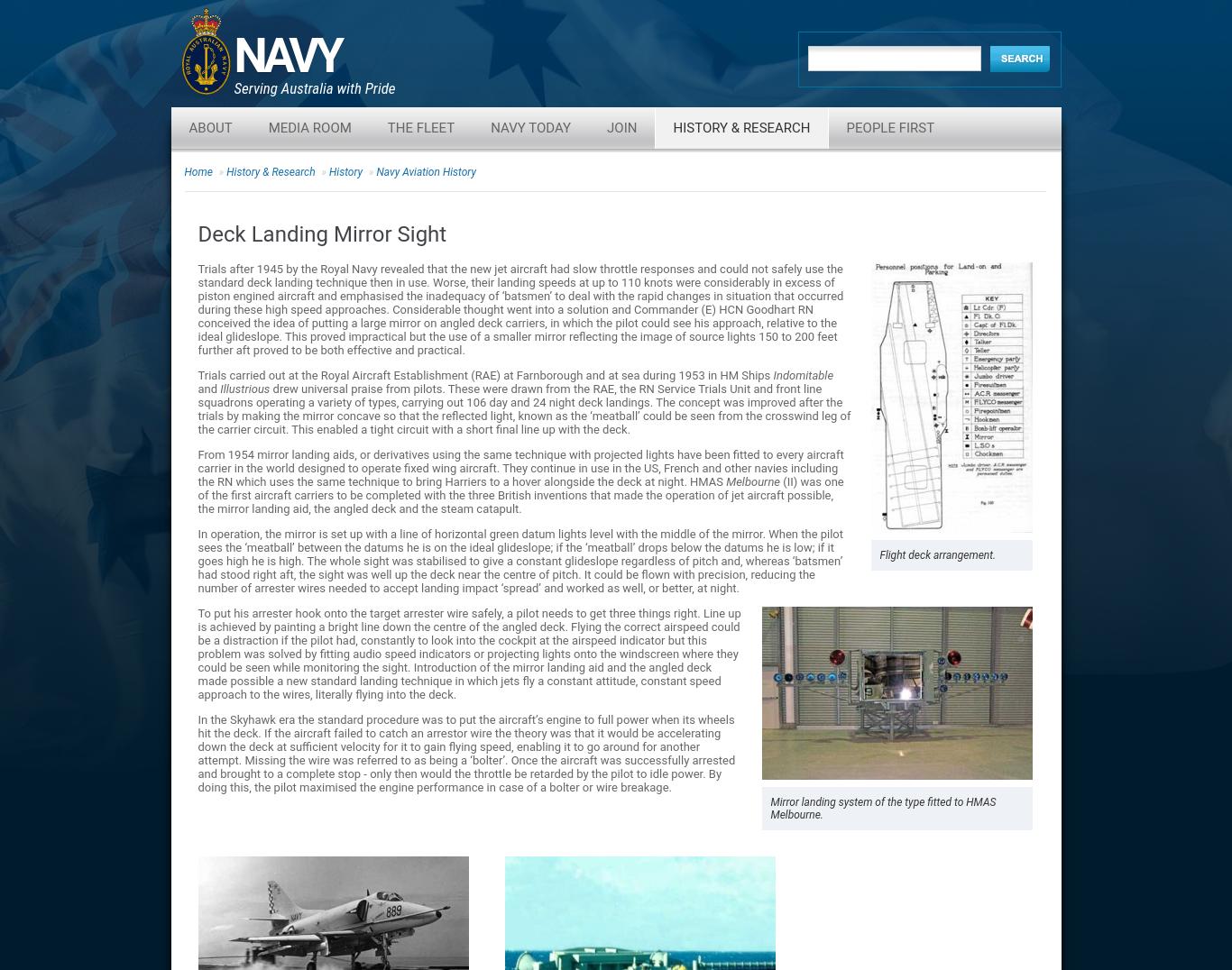  What do you see at coordinates (519, 561) in the screenshot?
I see `'In operation, the mirror is set up with a line of horizontal green datum lights level with the middle of the mirror. When the pilot sees the ‘meatball’ between the datums he is on the ideal glideslope; if the ‘meatball’ drops below the datums he is low; if it goes high he is high. The whole sight was stabilised to give a constant glideslope regardless of pitch and, whereas ‘batsmen’ had stood right aft, the sight was well up the deck near the centre of pitch. It could be flown with precision, reducing the number of arrester wires needed to accept landing impact ‘spread’ and worked as well, or better, at night.'` at bounding box center [519, 561].